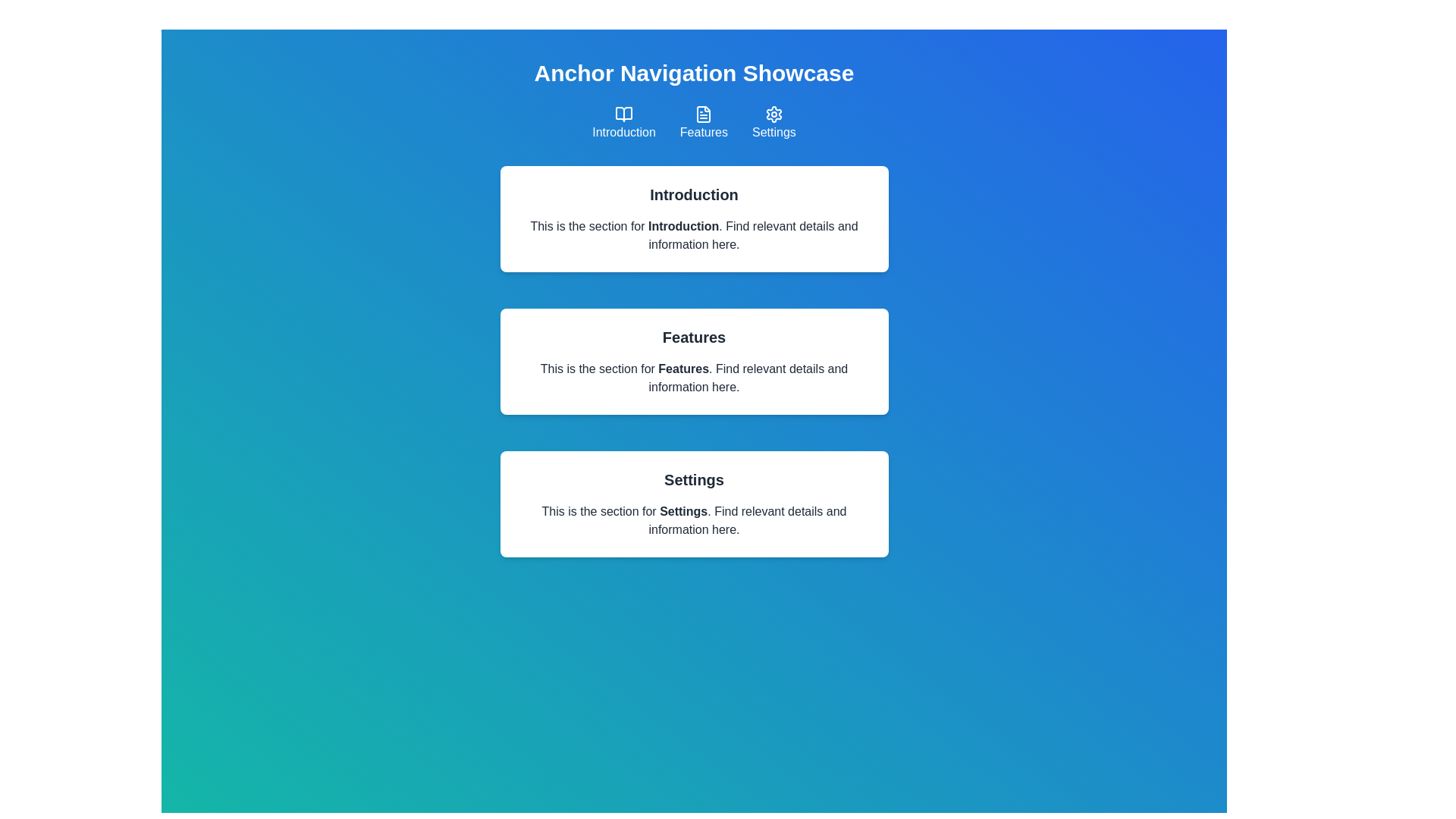 The image size is (1456, 819). What do you see at coordinates (773, 113) in the screenshot?
I see `the 'Settings' icon, which is the third icon from the left in the top horizontal menu bar` at bounding box center [773, 113].